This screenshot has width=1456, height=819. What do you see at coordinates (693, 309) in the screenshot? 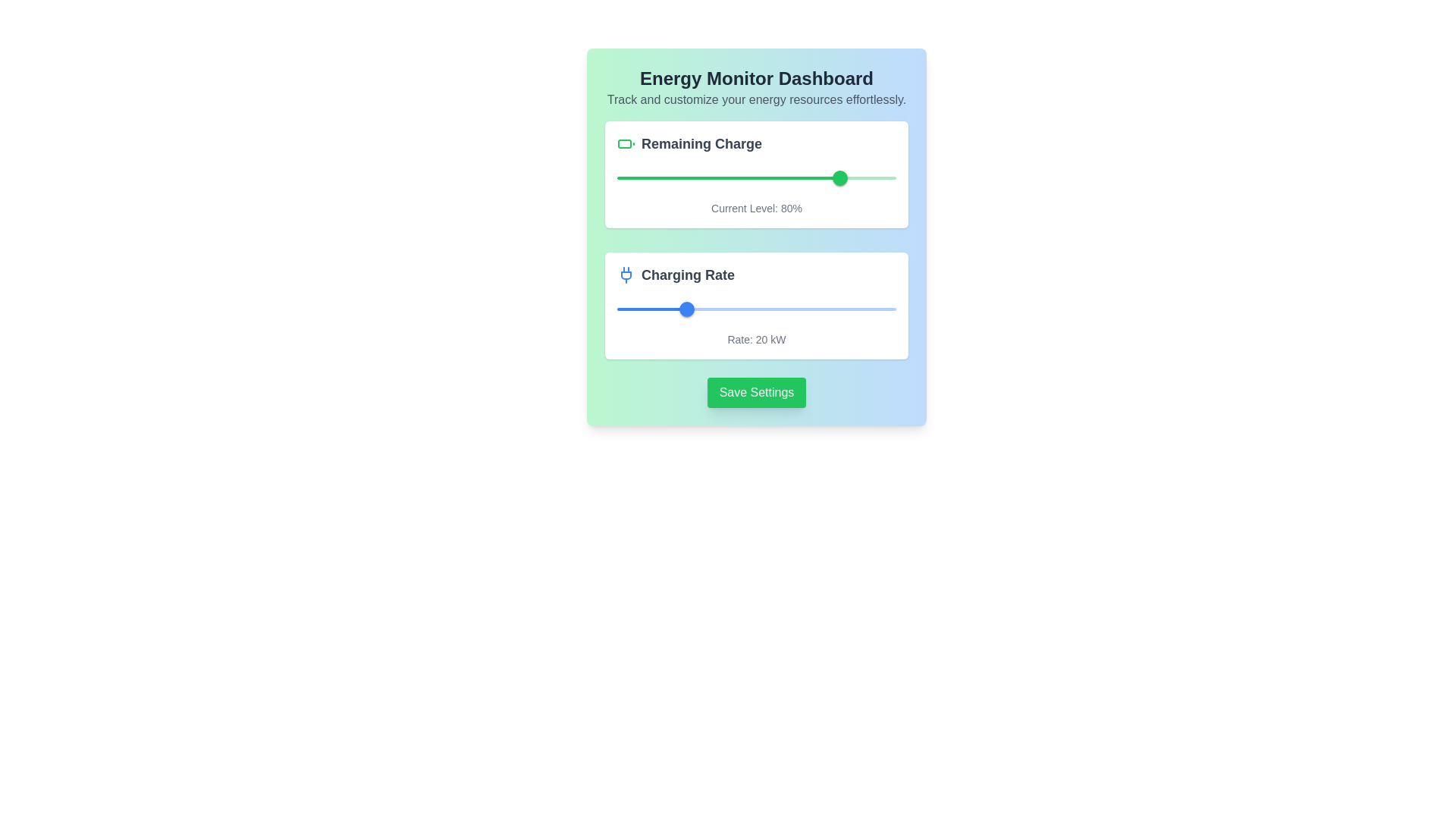
I see `the charging rate` at bounding box center [693, 309].